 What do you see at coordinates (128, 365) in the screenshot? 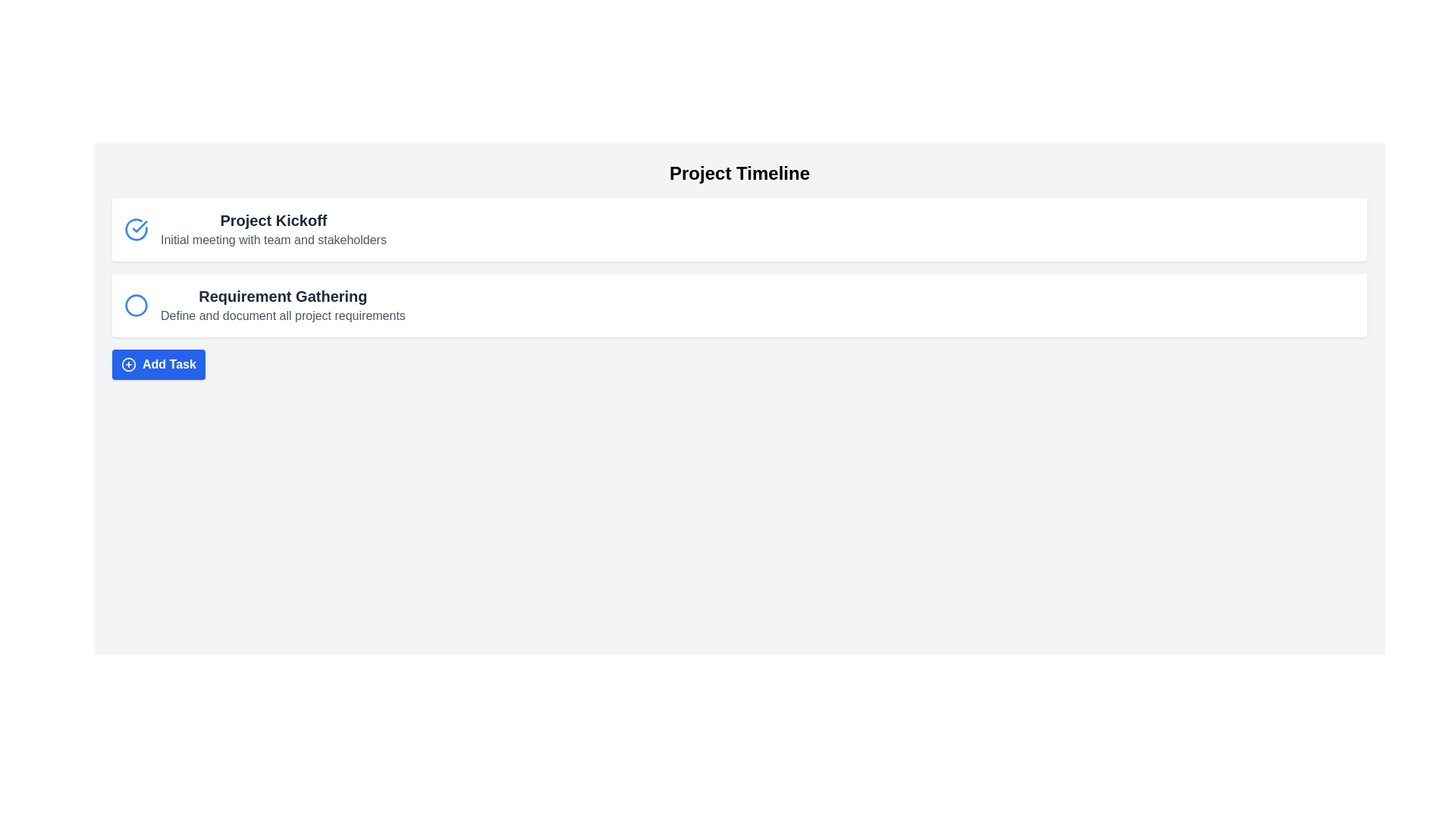
I see `the decorative circle within the 'Add Task' button located at the bottom-left of the task list` at bounding box center [128, 365].